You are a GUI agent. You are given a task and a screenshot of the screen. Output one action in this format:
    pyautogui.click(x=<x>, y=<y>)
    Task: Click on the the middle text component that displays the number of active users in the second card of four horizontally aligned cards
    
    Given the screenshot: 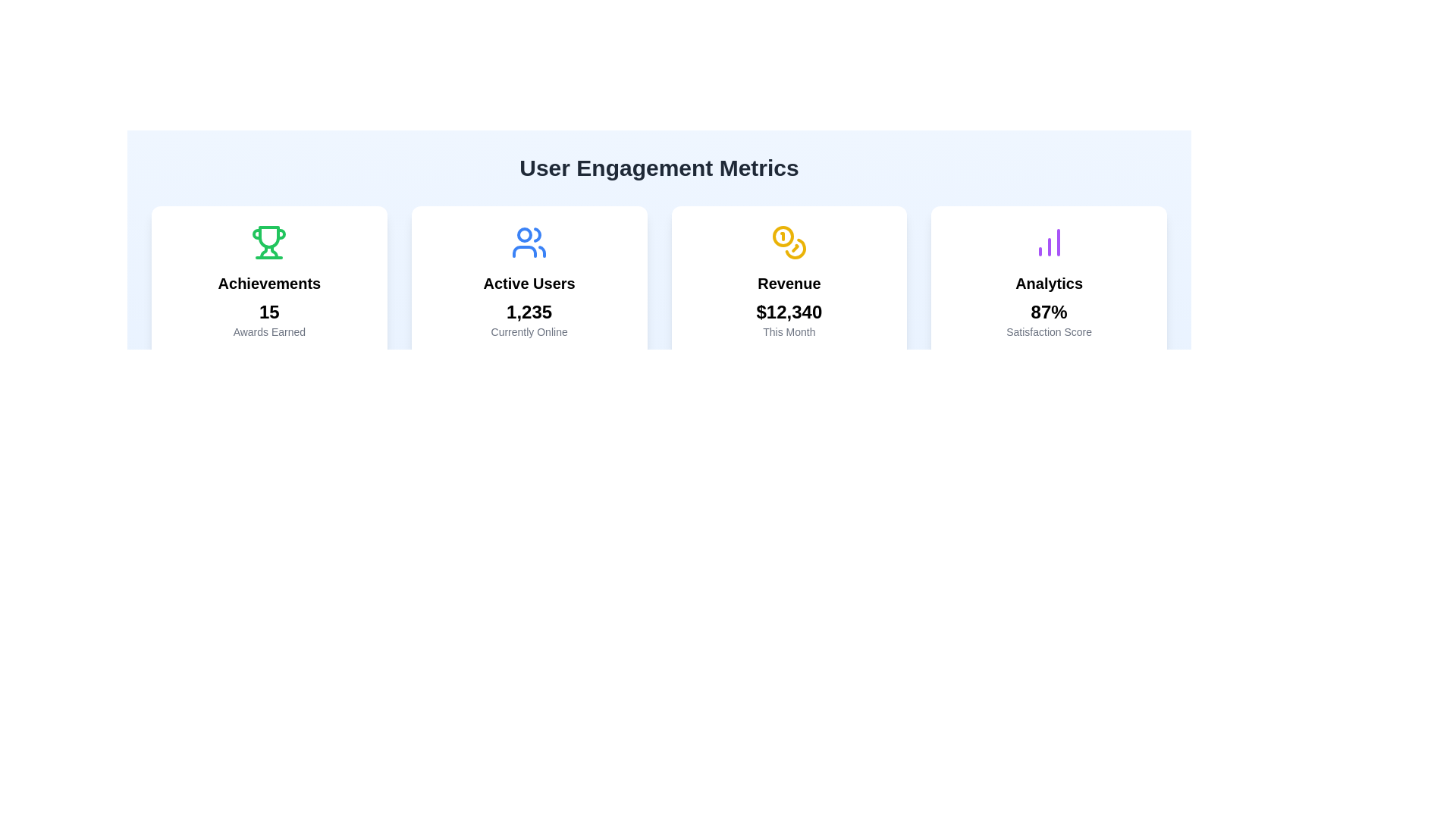 What is the action you would take?
    pyautogui.click(x=529, y=312)
    